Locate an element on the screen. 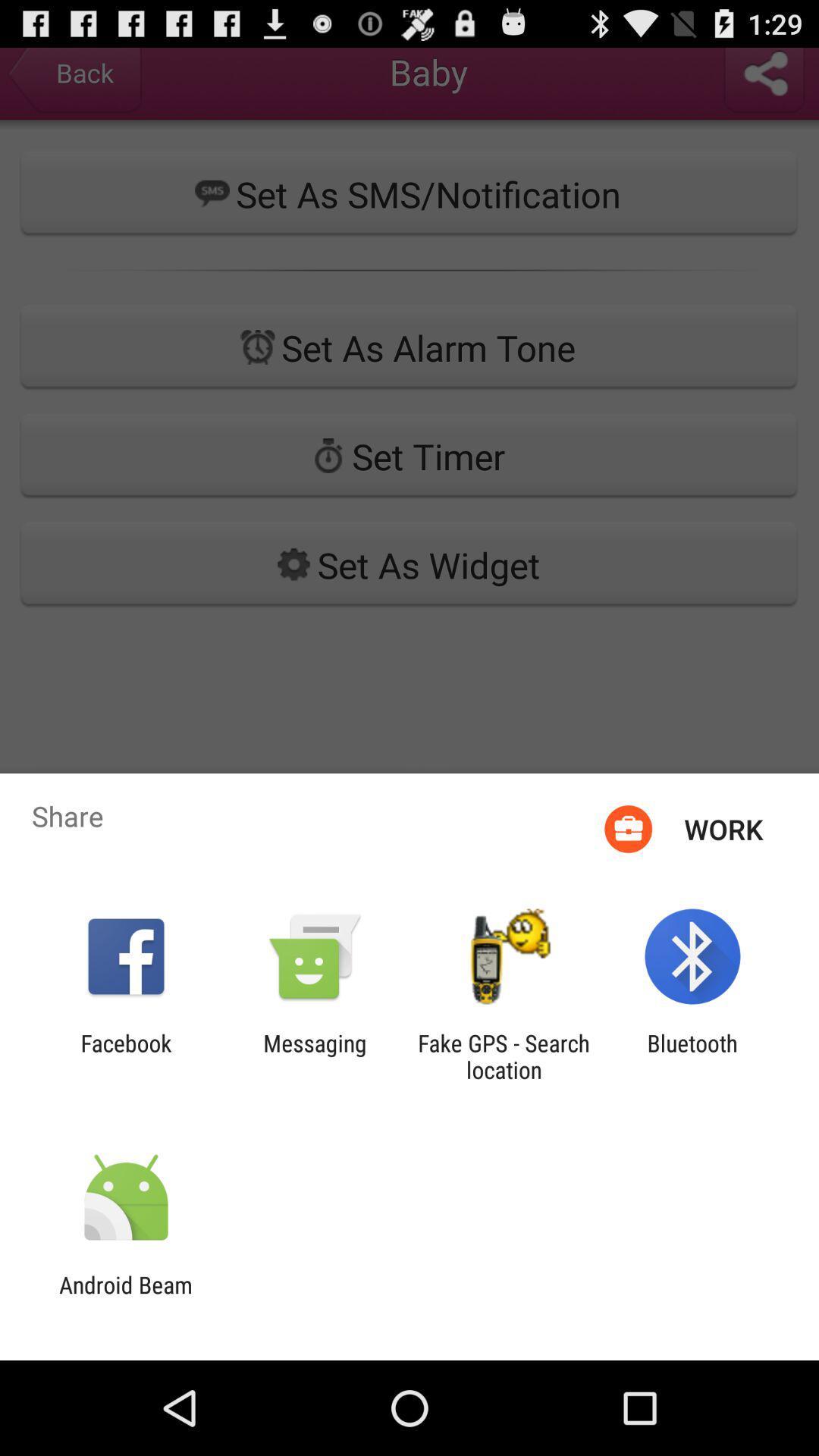 Image resolution: width=819 pixels, height=1456 pixels. android beam app is located at coordinates (125, 1298).